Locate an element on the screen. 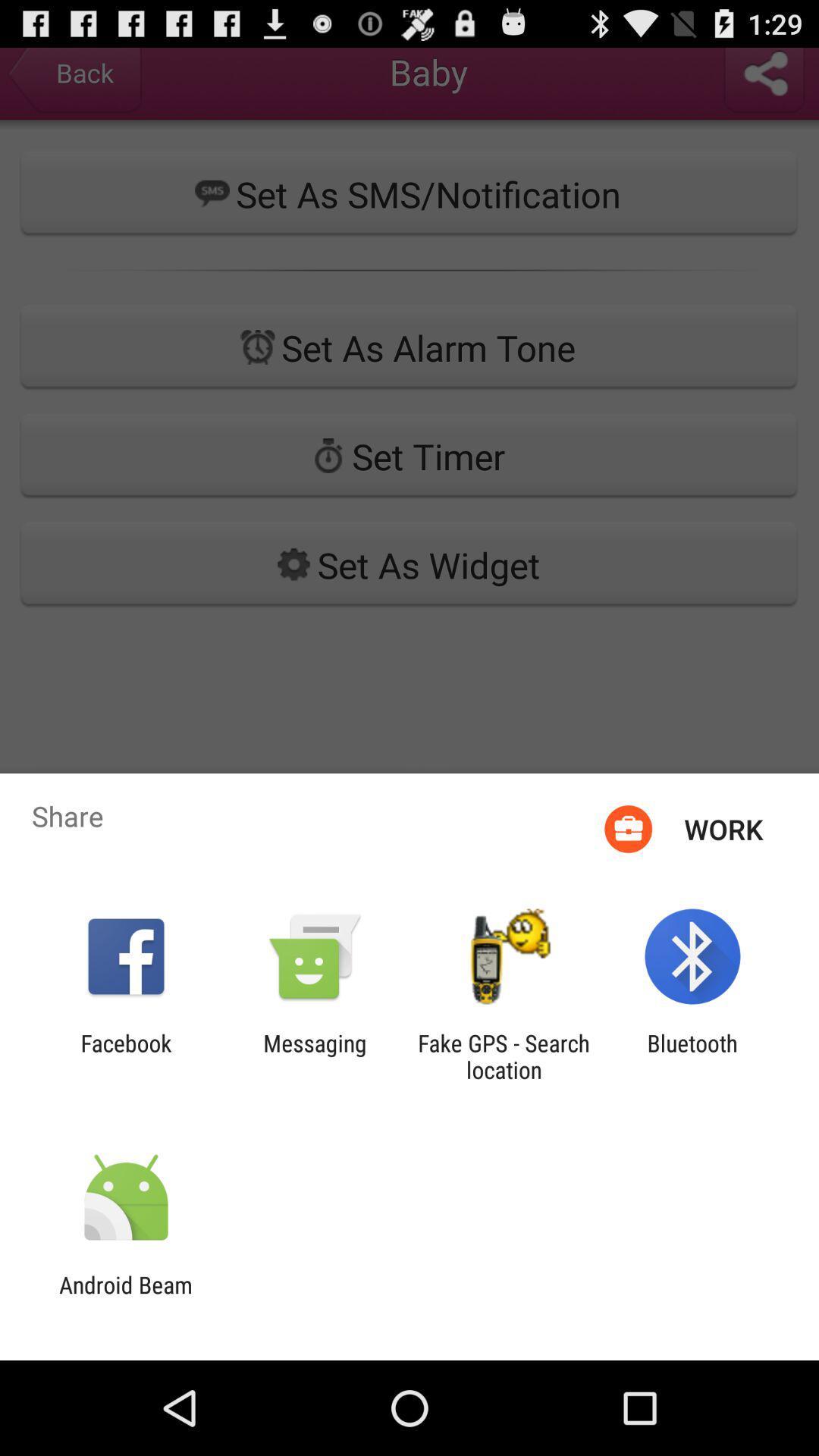 Image resolution: width=819 pixels, height=1456 pixels. android beam app is located at coordinates (125, 1298).